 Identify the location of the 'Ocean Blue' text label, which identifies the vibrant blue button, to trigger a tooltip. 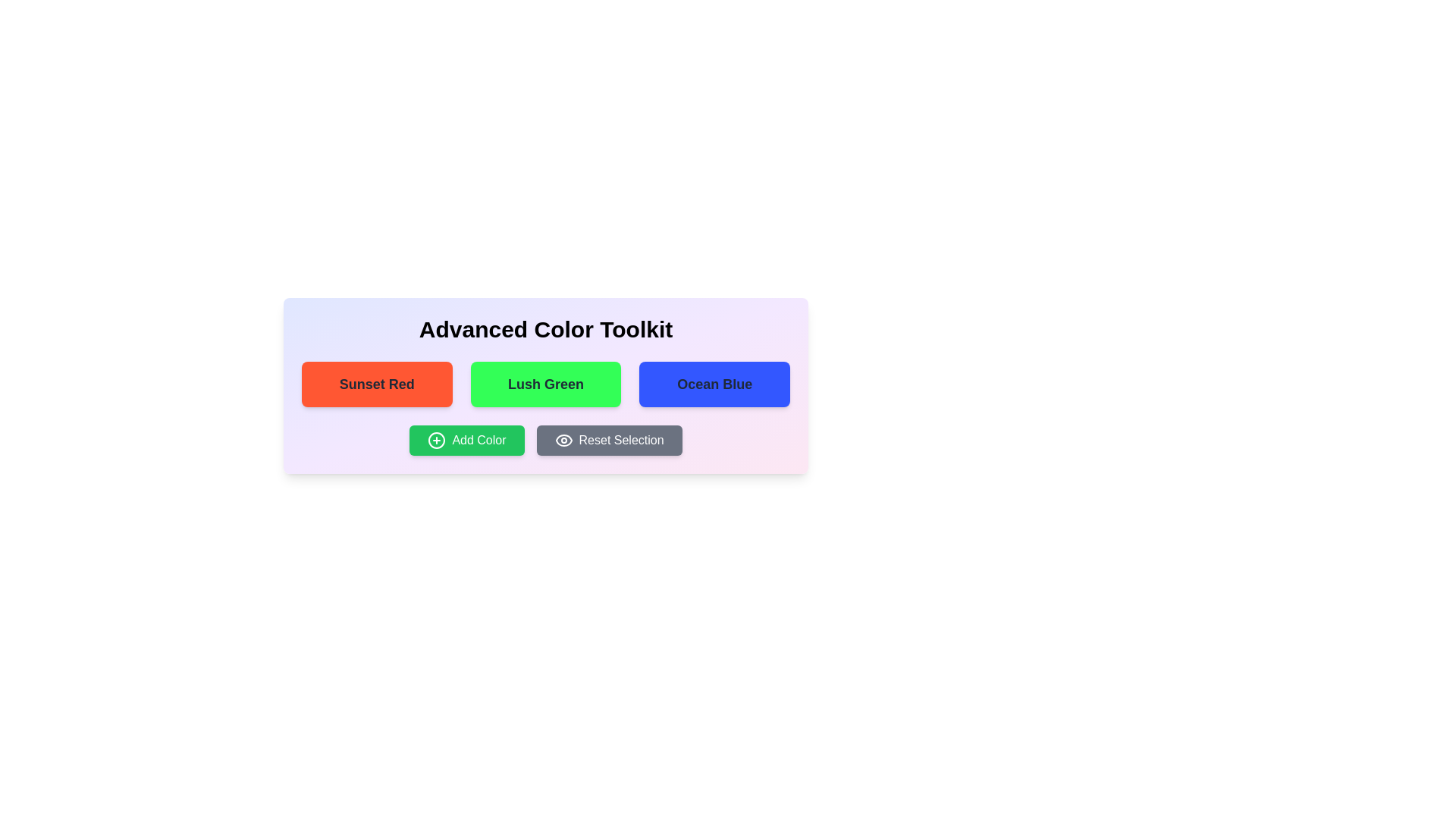
(714, 383).